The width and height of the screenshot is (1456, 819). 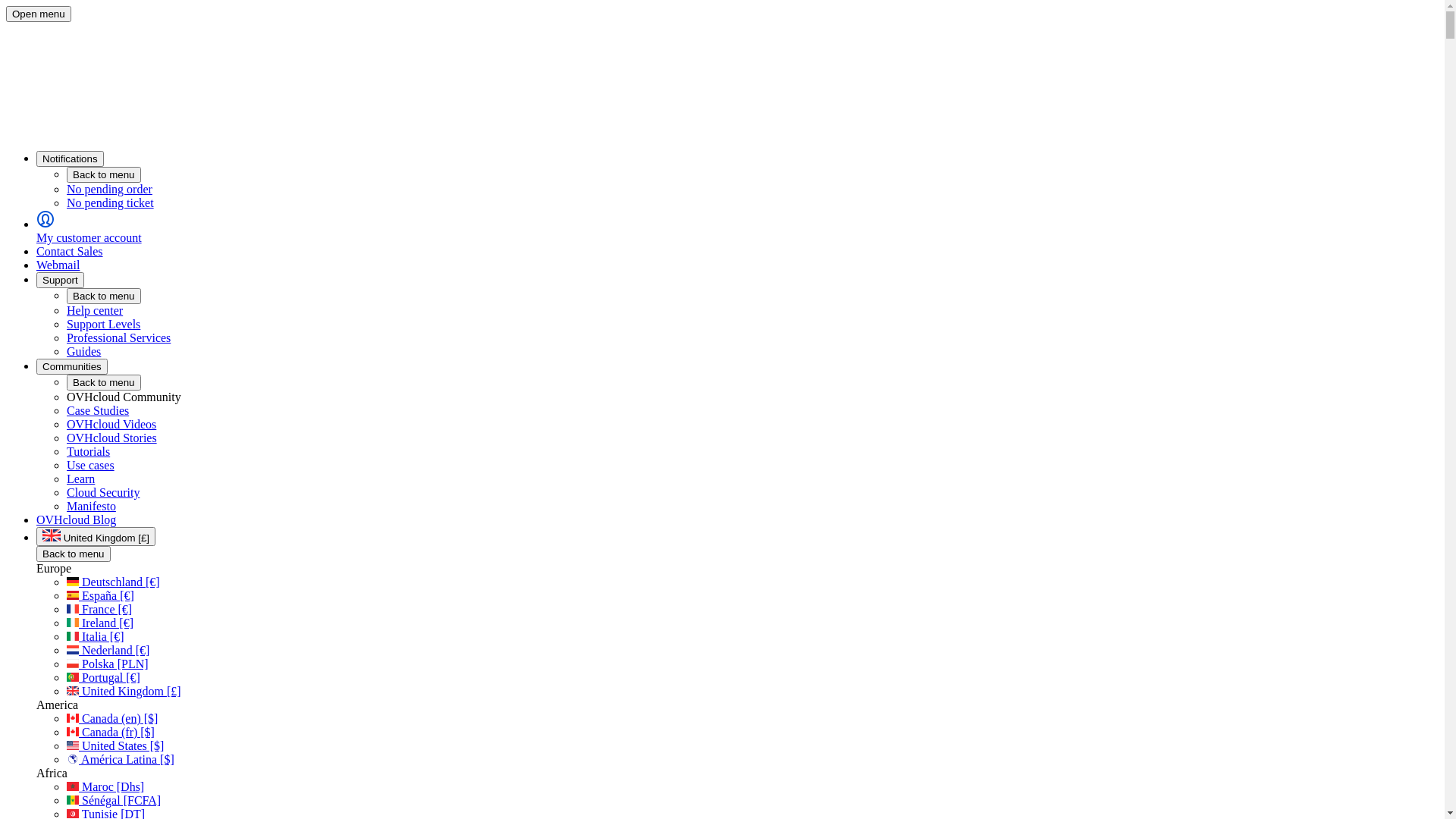 What do you see at coordinates (115, 745) in the screenshot?
I see `'United States [$]'` at bounding box center [115, 745].